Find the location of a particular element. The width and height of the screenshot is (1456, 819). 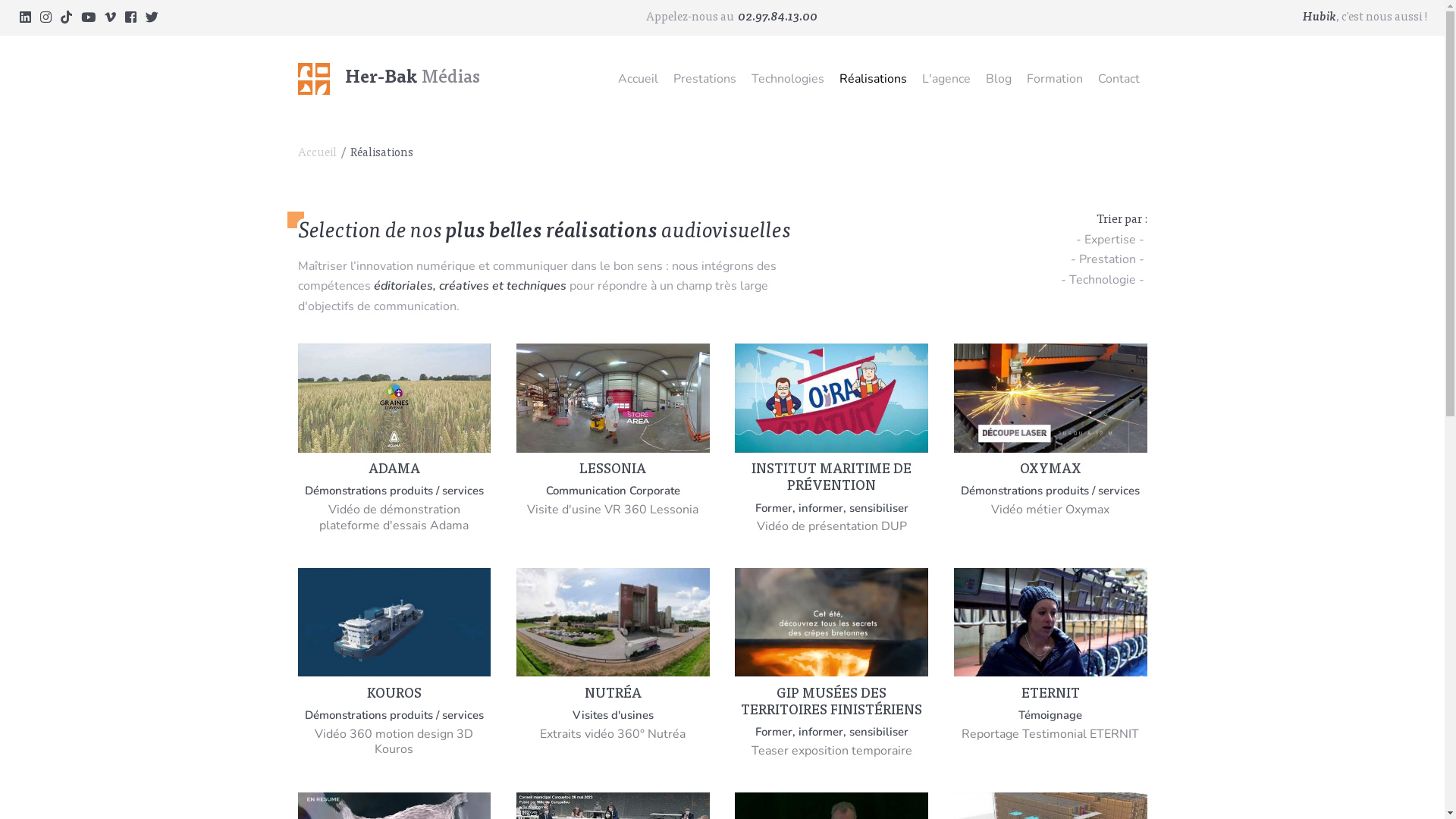

'Accueil' is located at coordinates (610, 79).